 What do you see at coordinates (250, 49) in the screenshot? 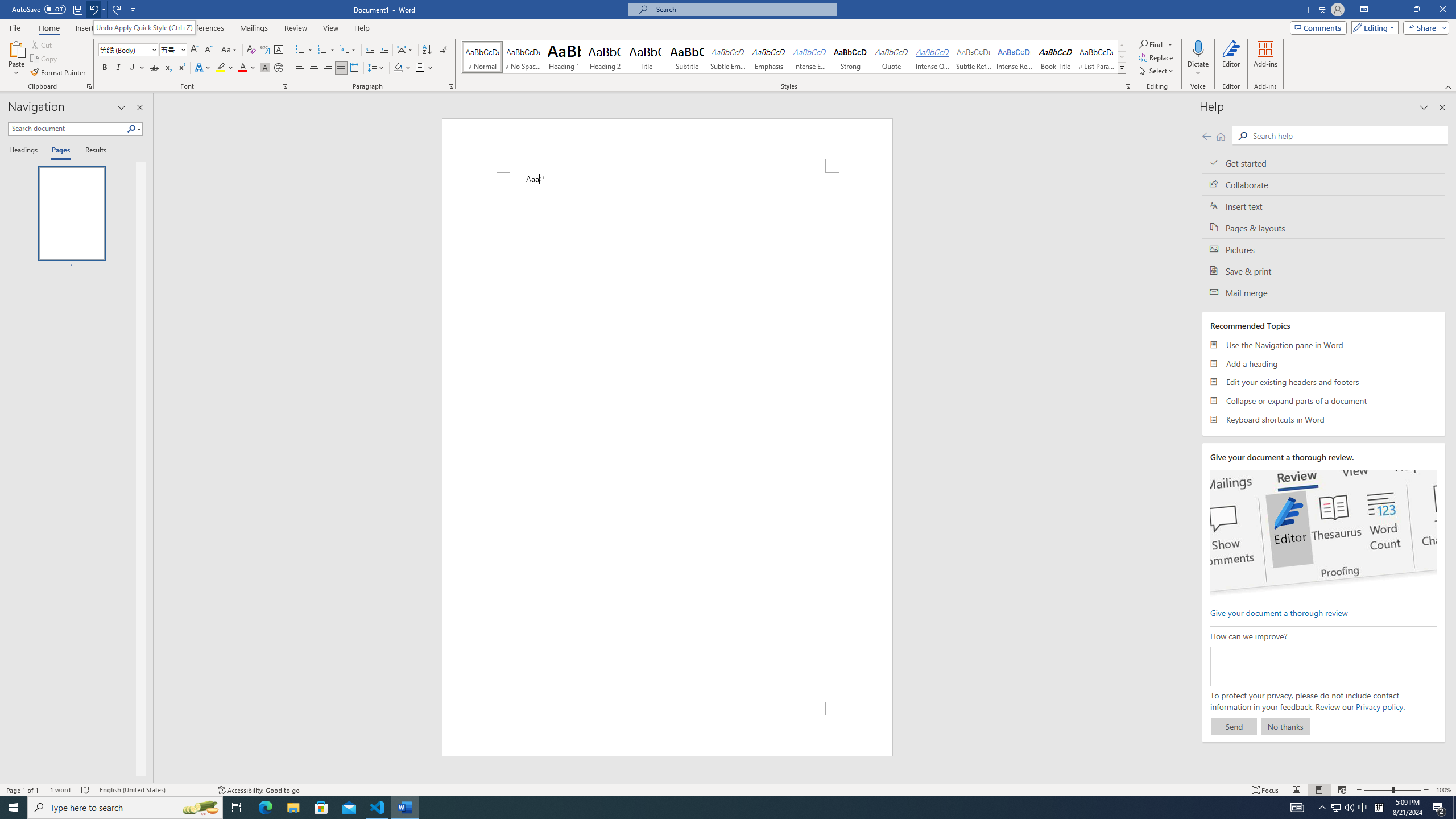
I see `'Clear Formatting'` at bounding box center [250, 49].